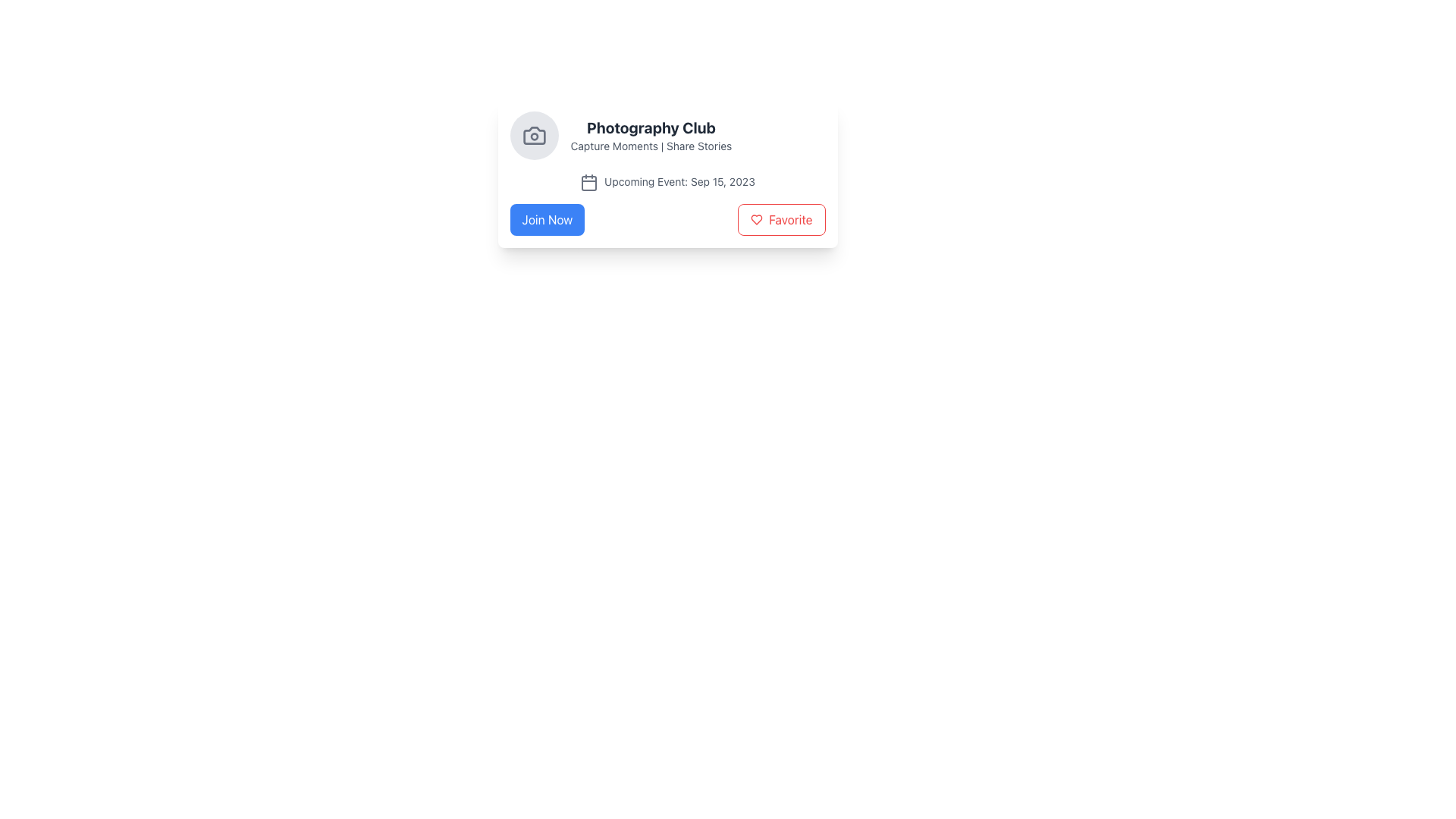  Describe the element at coordinates (588, 181) in the screenshot. I see `the gray calendar icon, which has a square outline and a line across the top, located to the left of the text 'Upcoming Event: Sep 15, 2023'` at that location.